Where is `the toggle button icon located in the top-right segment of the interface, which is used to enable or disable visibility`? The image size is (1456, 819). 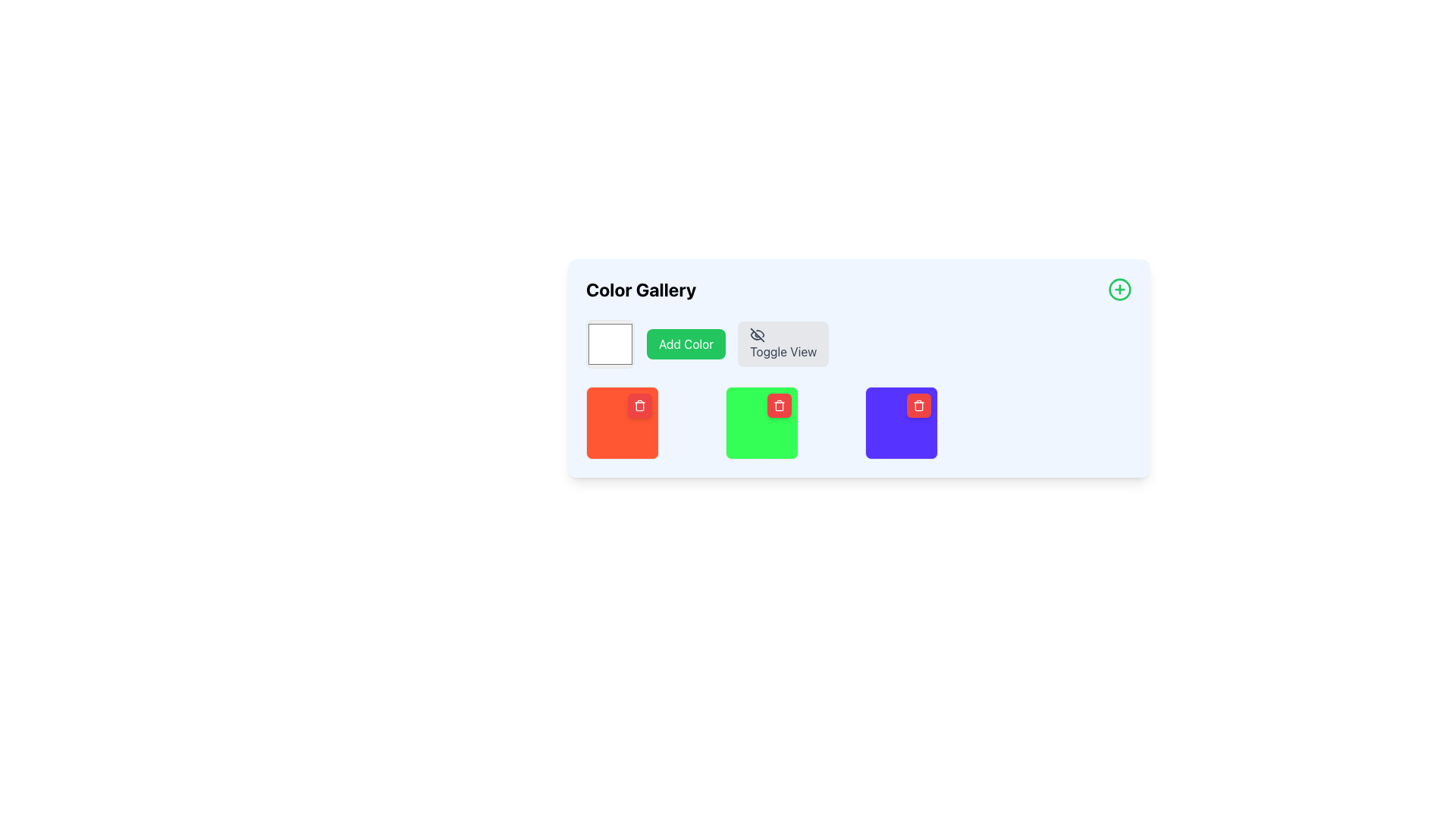 the toggle button icon located in the top-right segment of the interface, which is used to enable or disable visibility is located at coordinates (758, 334).